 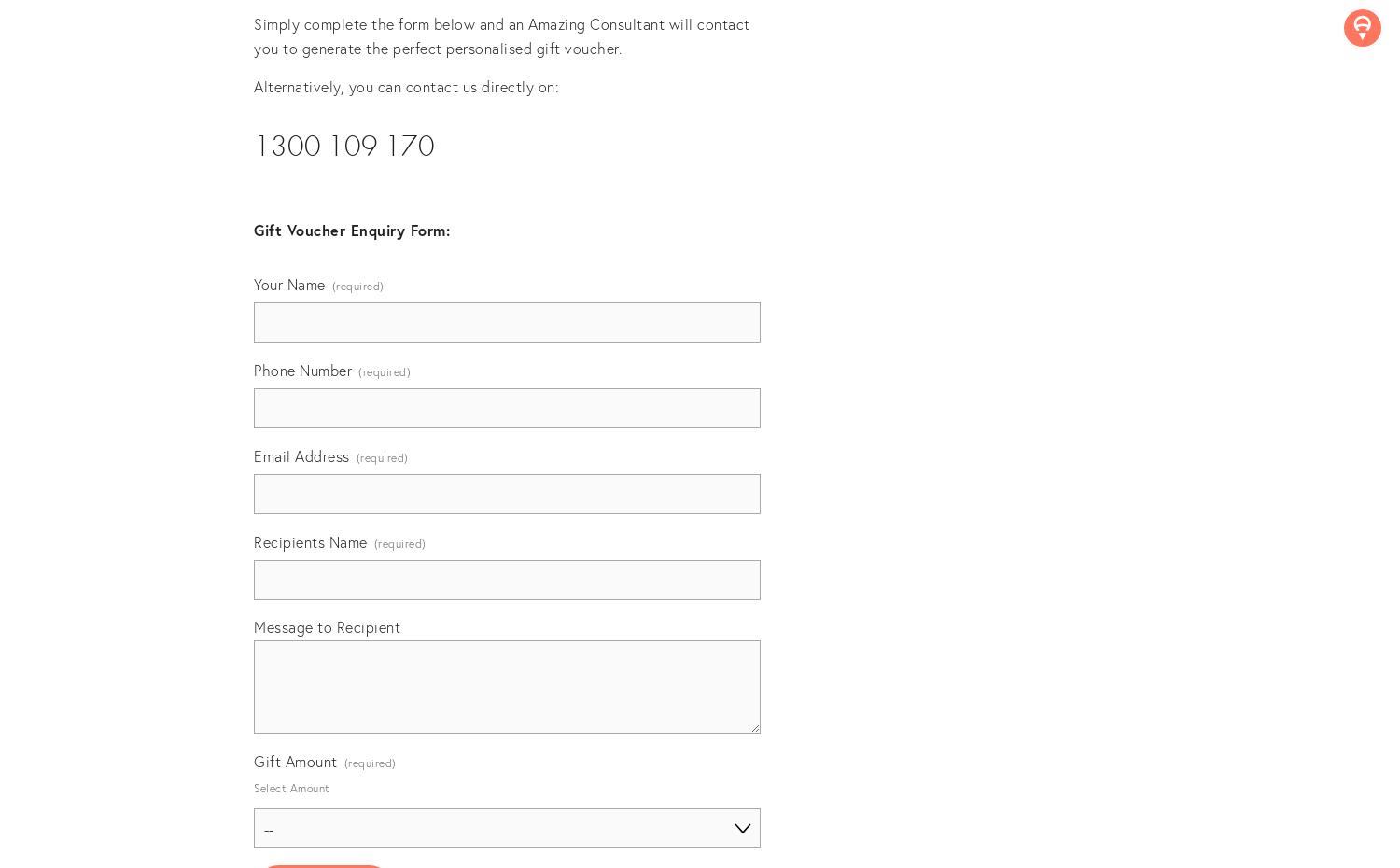 I want to click on 'Gift Voucher Enquiry Form:', so click(x=351, y=229).